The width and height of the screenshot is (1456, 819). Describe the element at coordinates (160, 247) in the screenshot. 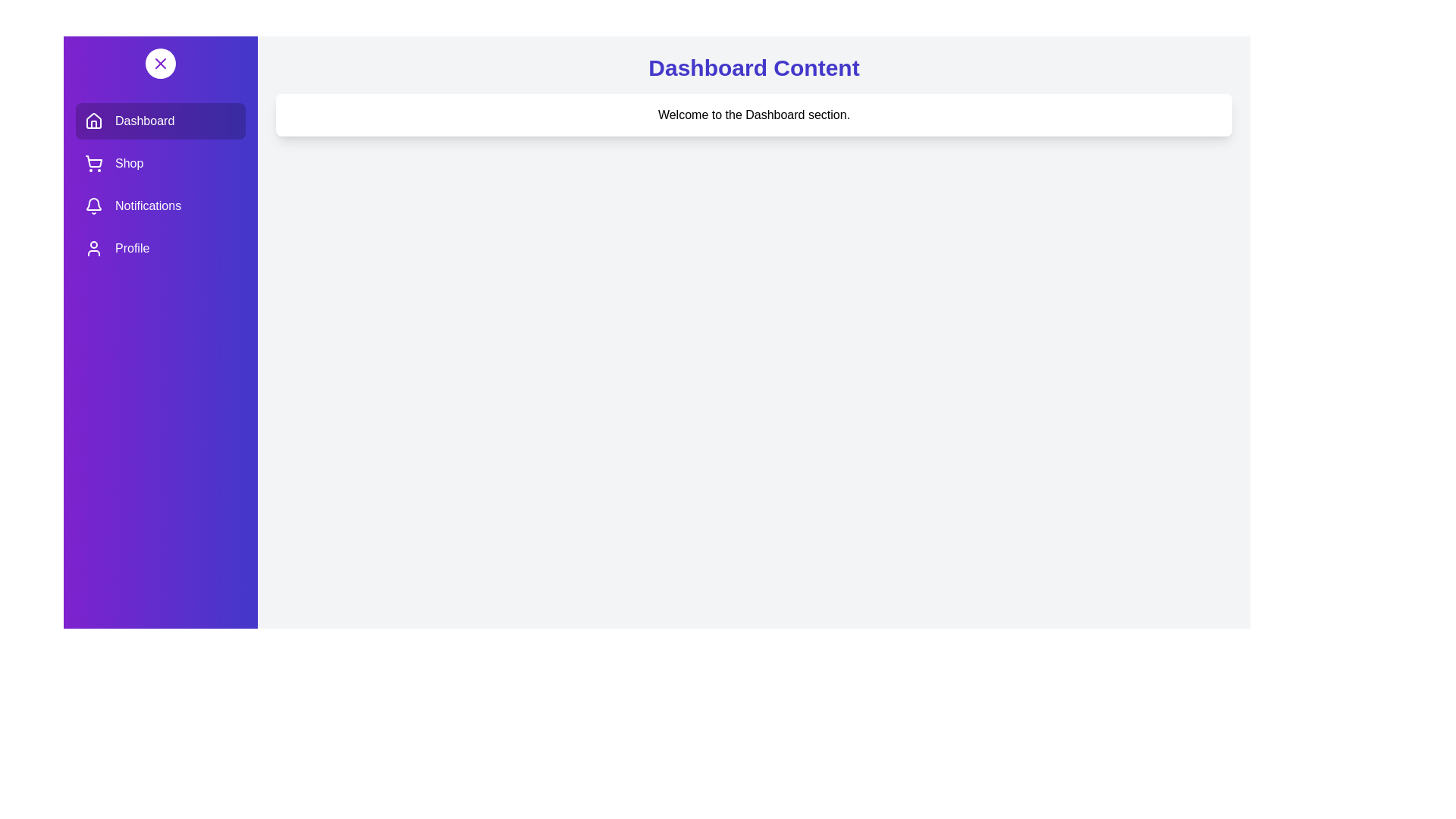

I see `the Profile section in the drawer to activate it` at that location.